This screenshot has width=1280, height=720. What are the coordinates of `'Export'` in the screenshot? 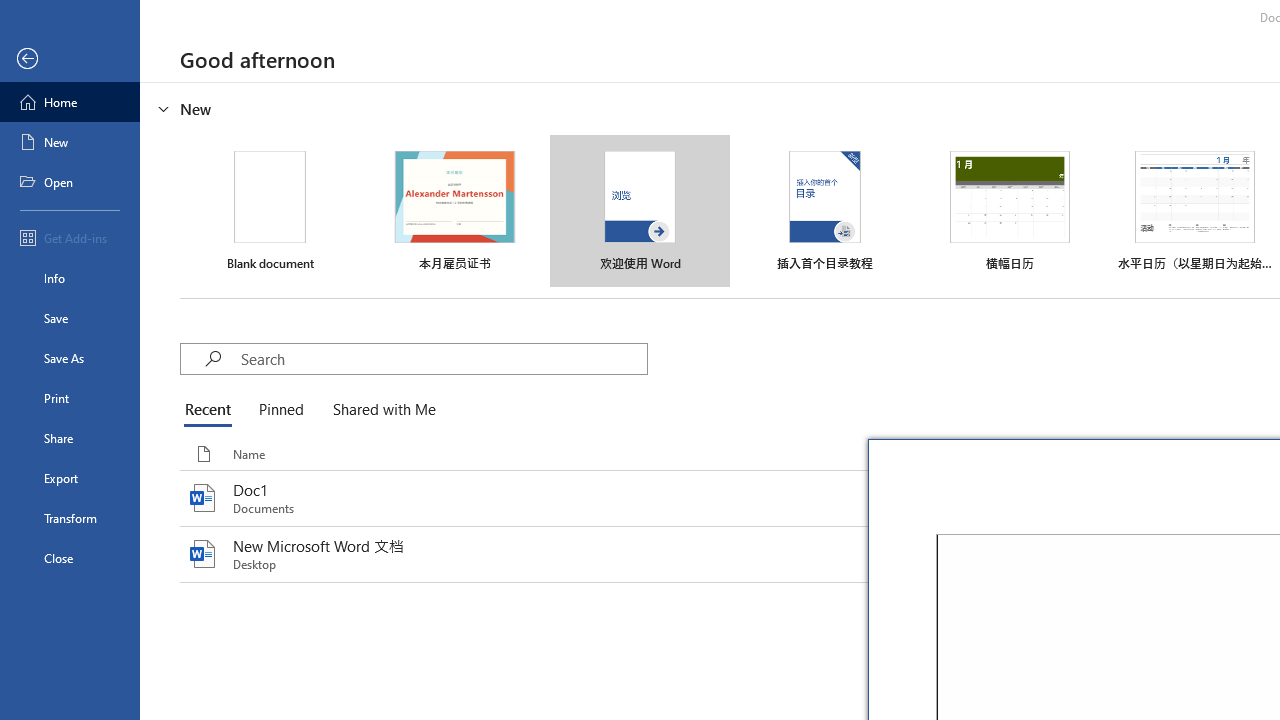 It's located at (69, 478).